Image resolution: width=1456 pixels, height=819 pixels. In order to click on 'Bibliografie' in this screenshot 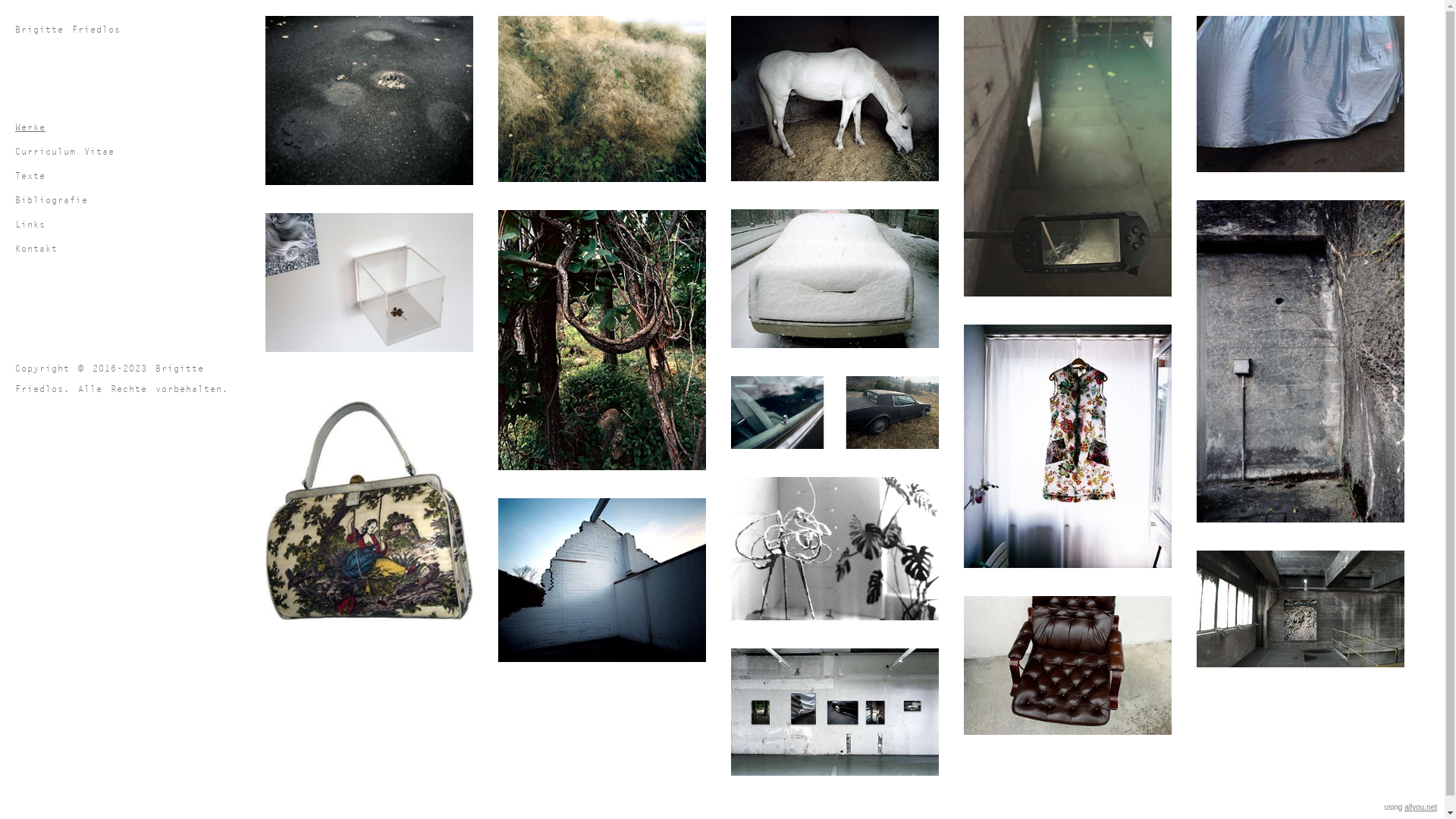, I will do `click(136, 199)`.